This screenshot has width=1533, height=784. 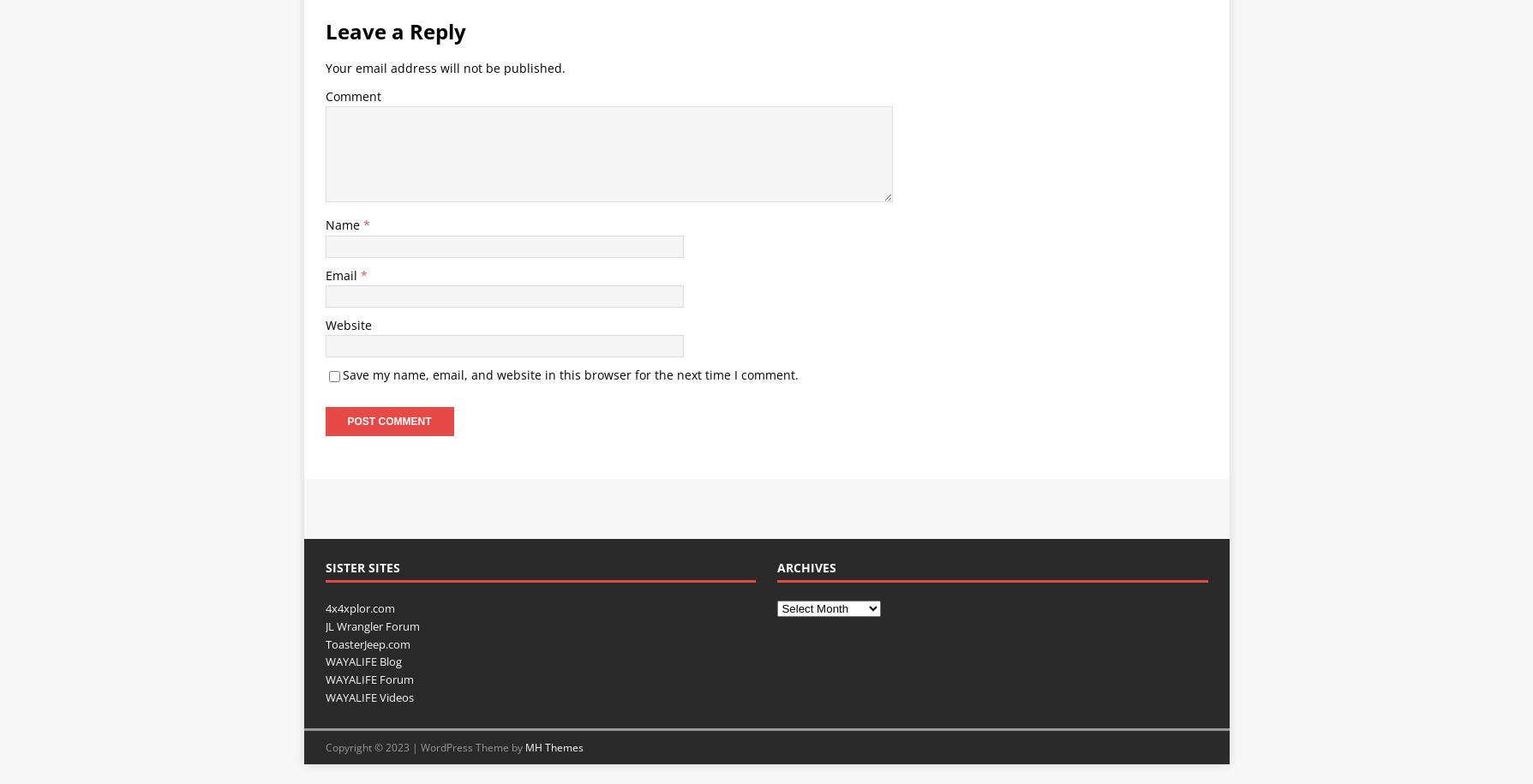 What do you see at coordinates (324, 679) in the screenshot?
I see `'WAYALIFE Forum'` at bounding box center [324, 679].